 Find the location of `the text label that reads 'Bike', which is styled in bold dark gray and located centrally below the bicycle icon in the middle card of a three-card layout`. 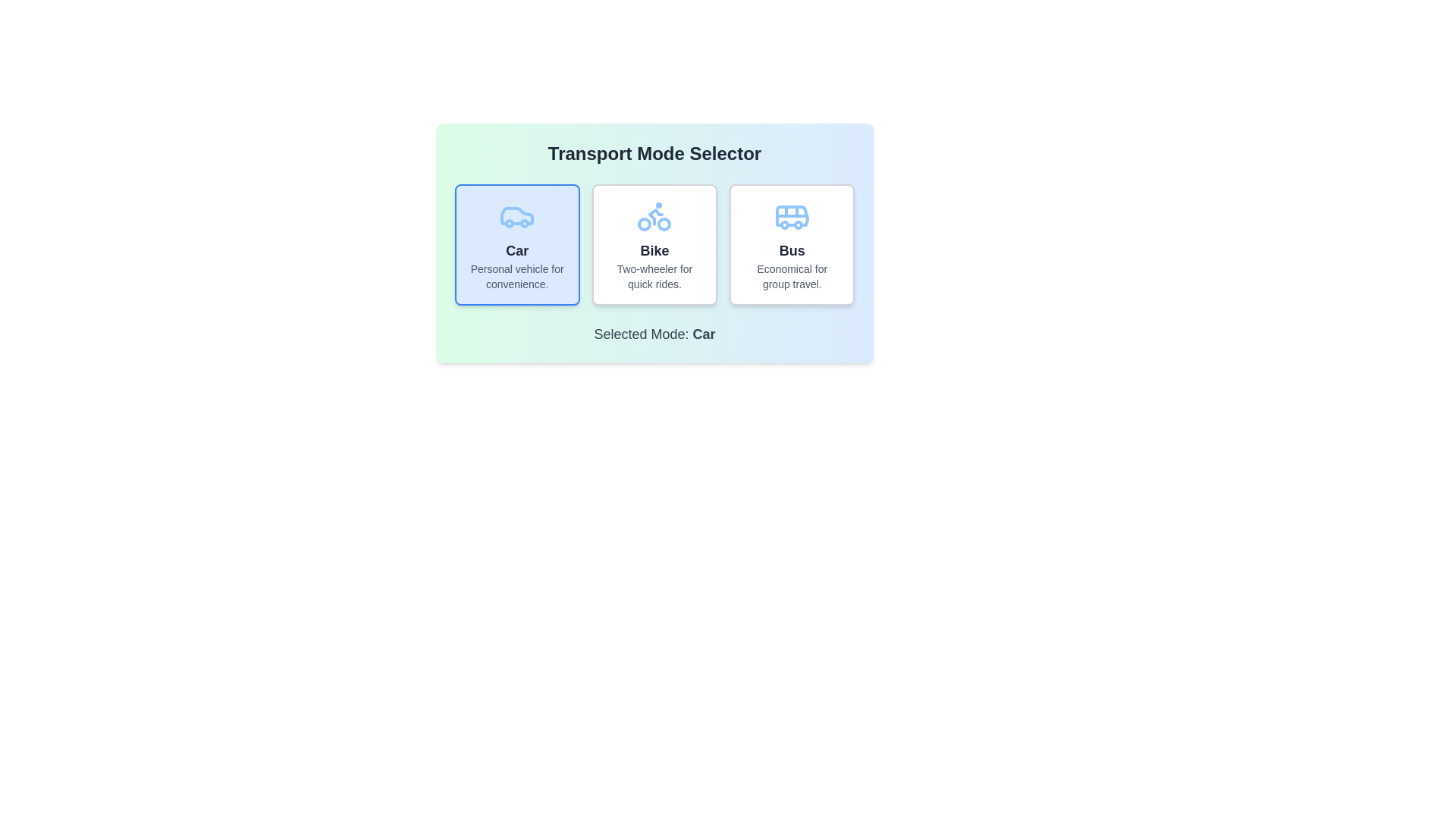

the text label that reads 'Bike', which is styled in bold dark gray and located centrally below the bicycle icon in the middle card of a three-card layout is located at coordinates (654, 250).